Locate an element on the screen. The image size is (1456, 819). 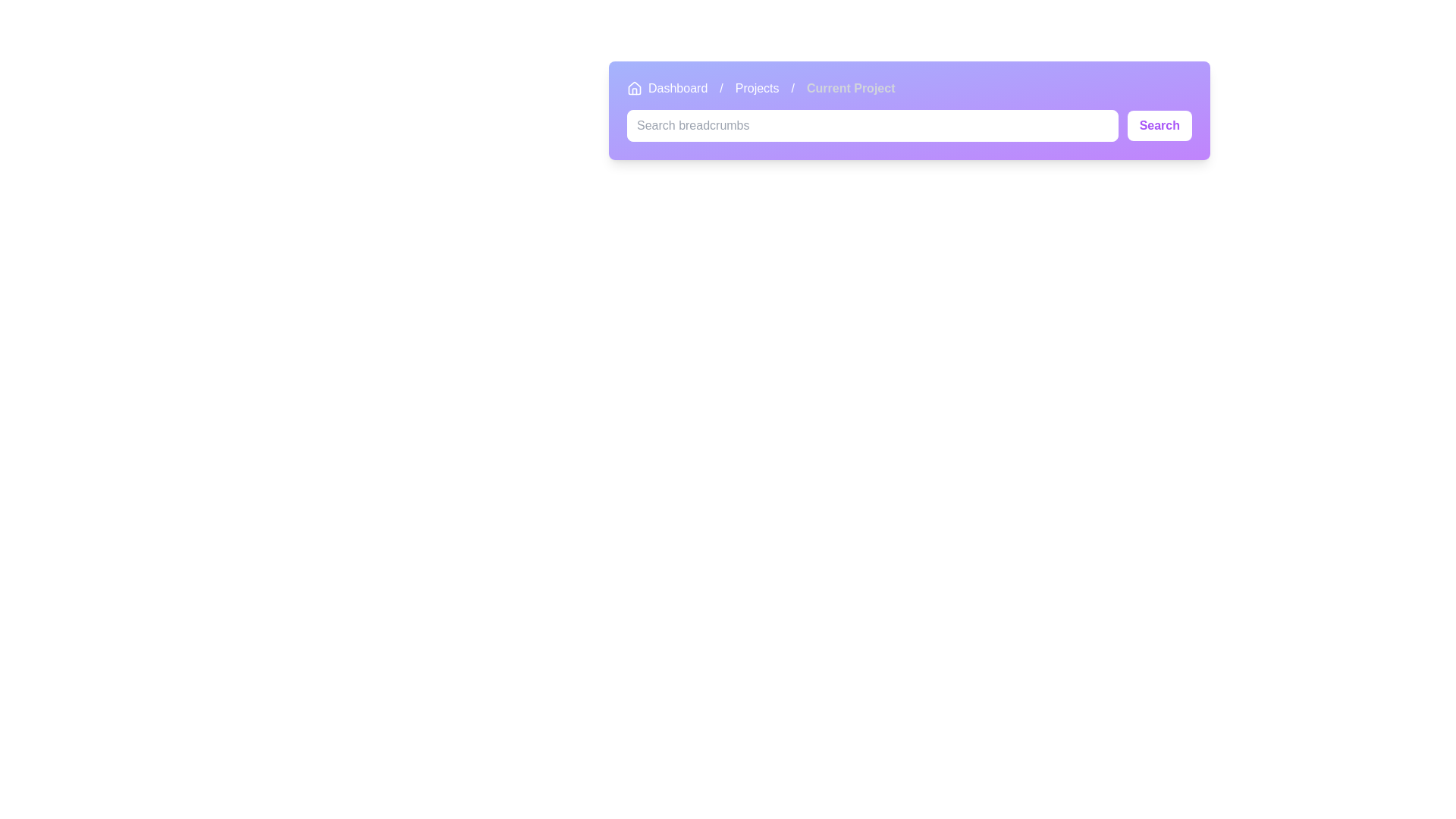
the house outline icon in the breadcrumb navigation bar is located at coordinates (634, 88).